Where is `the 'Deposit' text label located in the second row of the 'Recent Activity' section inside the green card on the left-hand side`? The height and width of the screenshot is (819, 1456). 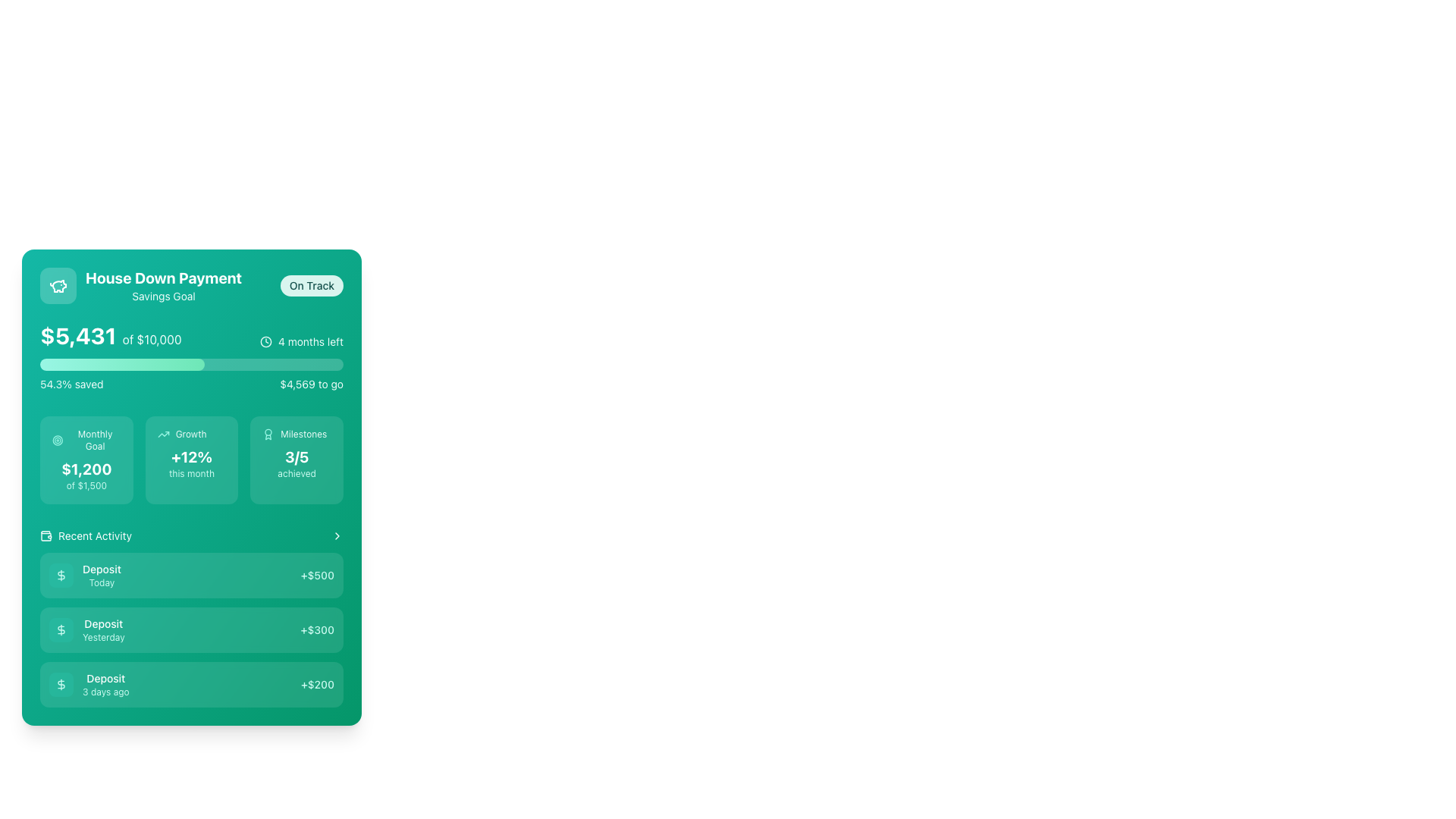
the 'Deposit' text label located in the second row of the 'Recent Activity' section inside the green card on the left-hand side is located at coordinates (102, 623).